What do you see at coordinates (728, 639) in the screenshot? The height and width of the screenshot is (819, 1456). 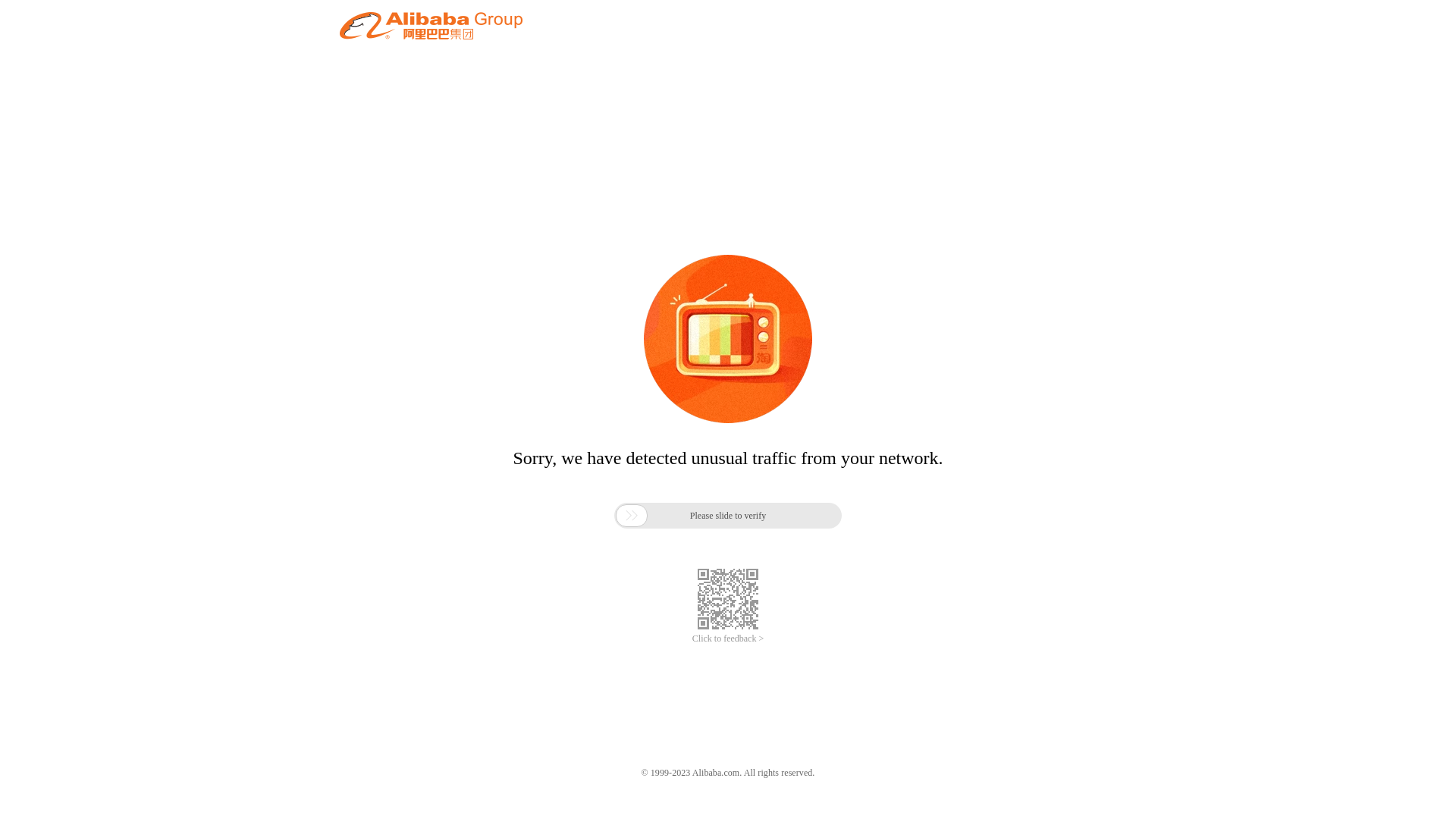 I see `'Click to feedback >'` at bounding box center [728, 639].